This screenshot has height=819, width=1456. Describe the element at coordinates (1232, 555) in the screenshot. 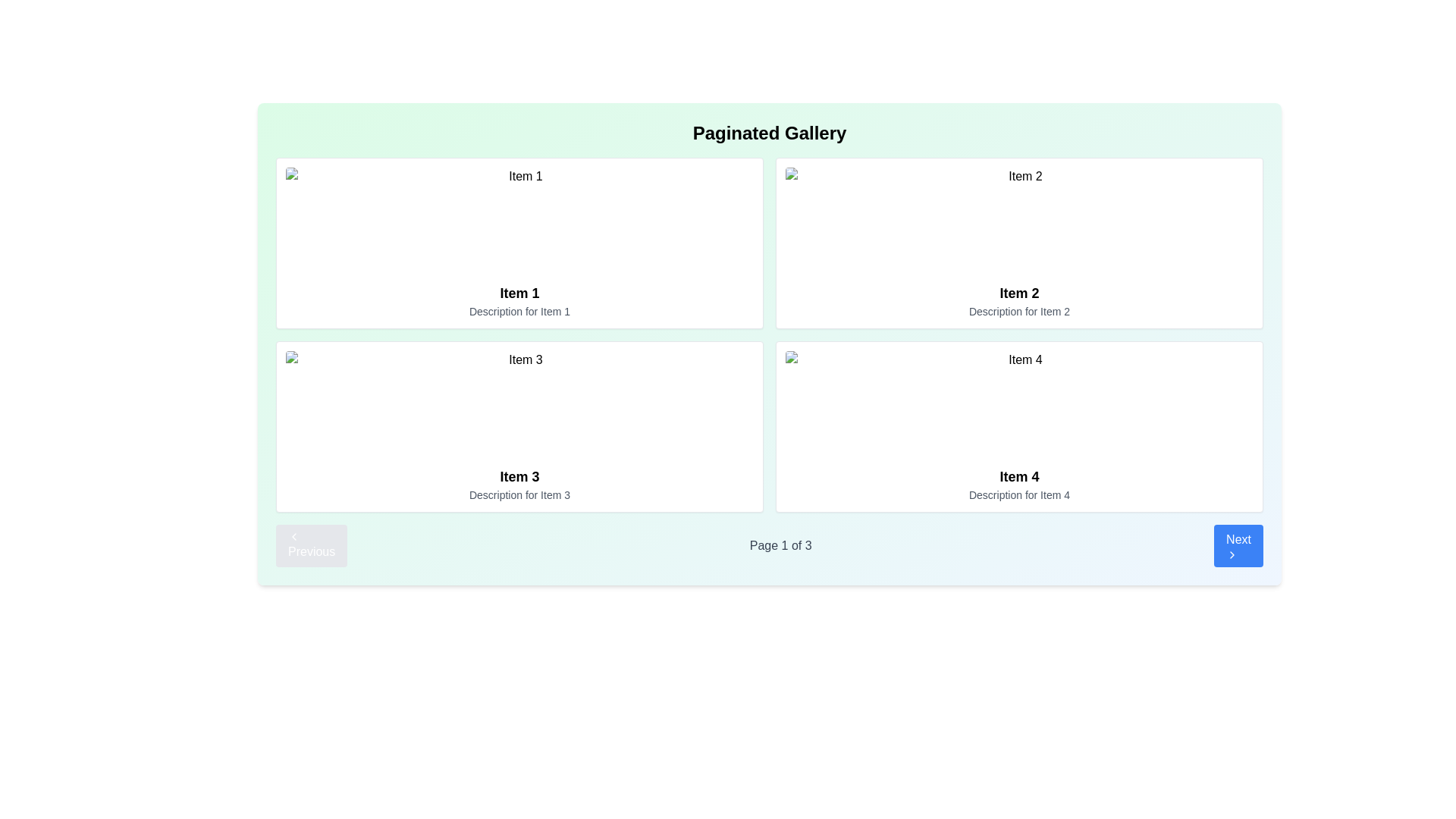

I see `the rightward-facing chevron icon with a blue background and white border, located within the 'Next' button at the bottom-right corner of the layout` at that location.